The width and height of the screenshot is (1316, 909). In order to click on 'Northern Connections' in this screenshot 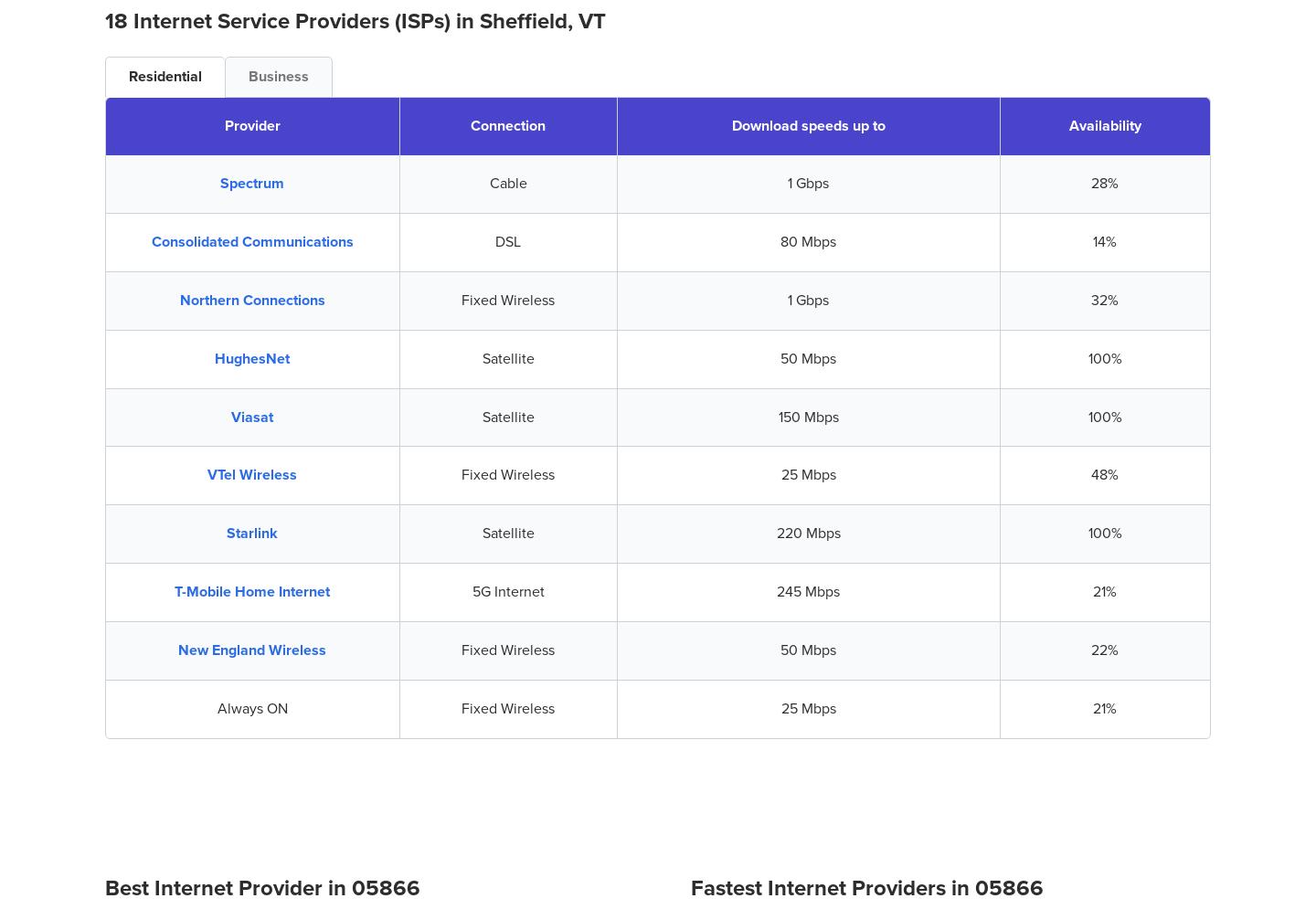, I will do `click(250, 299)`.